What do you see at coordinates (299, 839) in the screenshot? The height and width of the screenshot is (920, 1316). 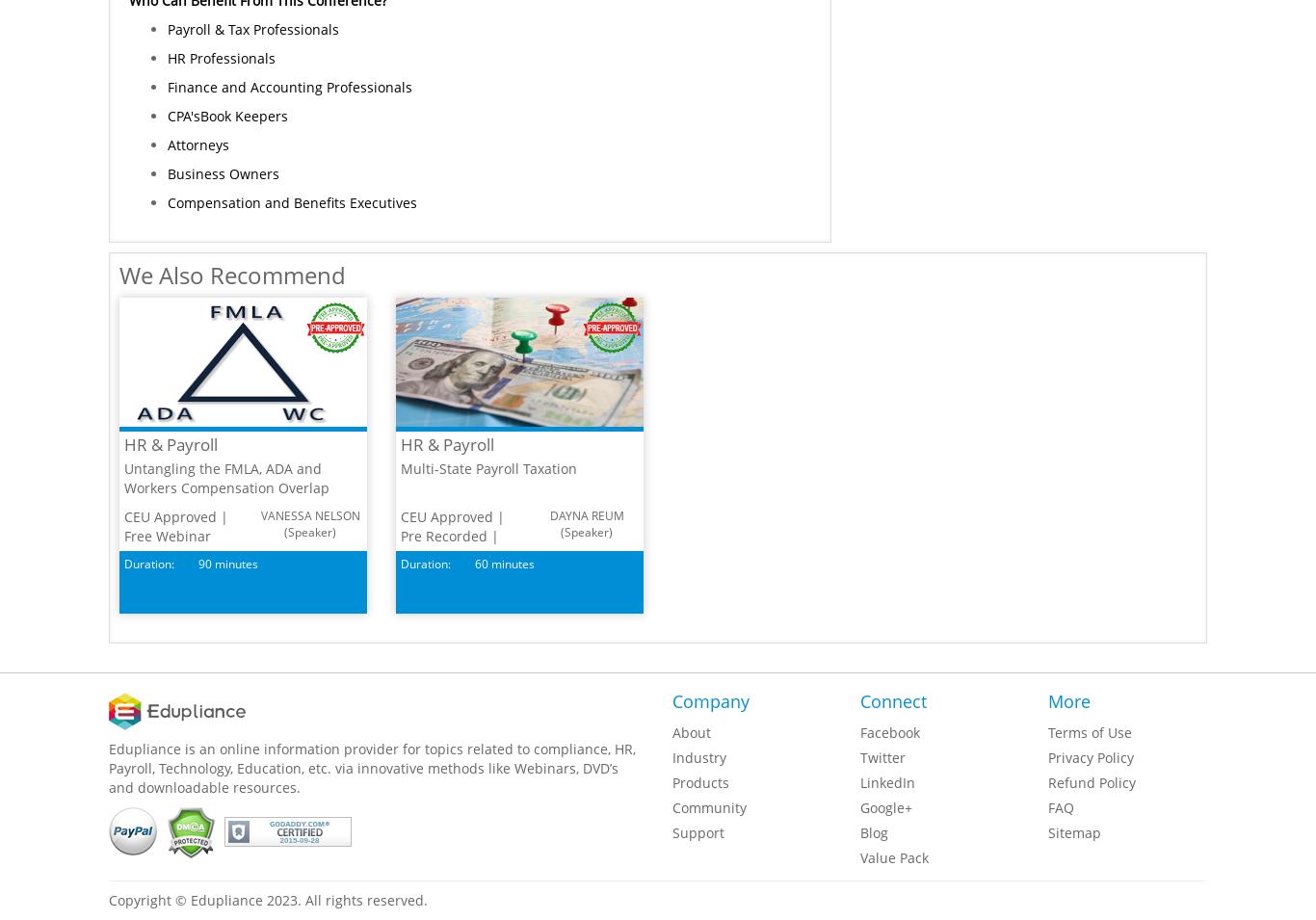 I see `'2015-09-28'` at bounding box center [299, 839].